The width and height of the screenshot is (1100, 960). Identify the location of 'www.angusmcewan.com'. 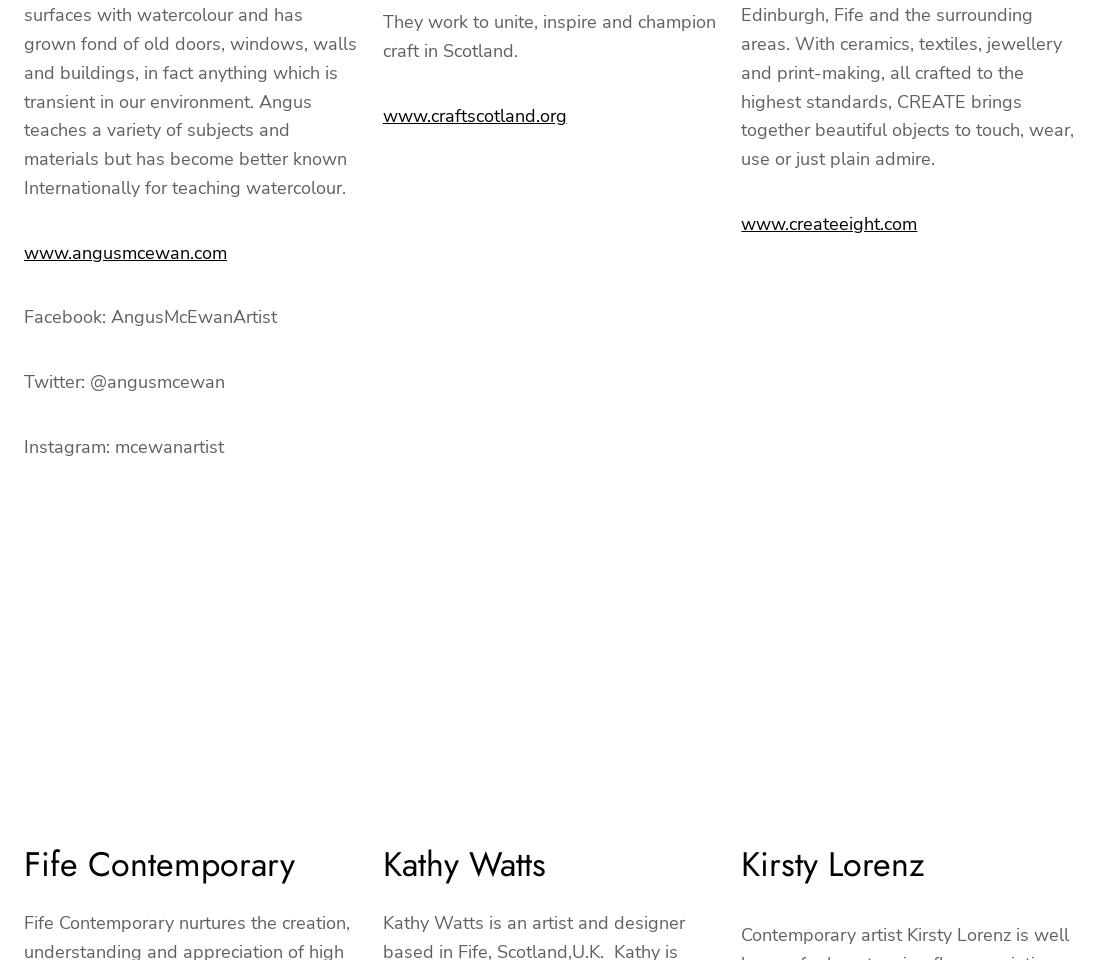
(125, 251).